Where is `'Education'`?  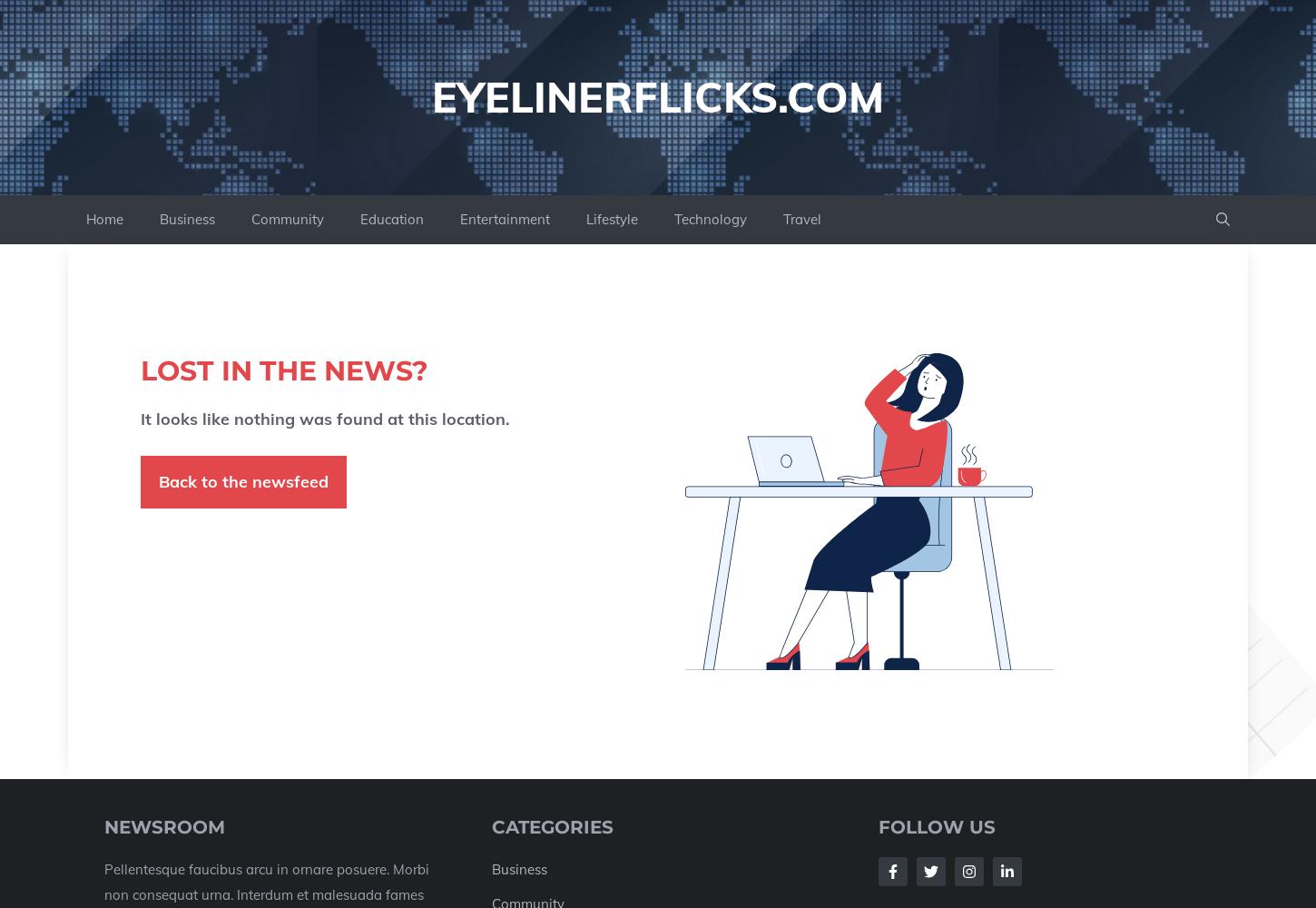 'Education' is located at coordinates (390, 218).